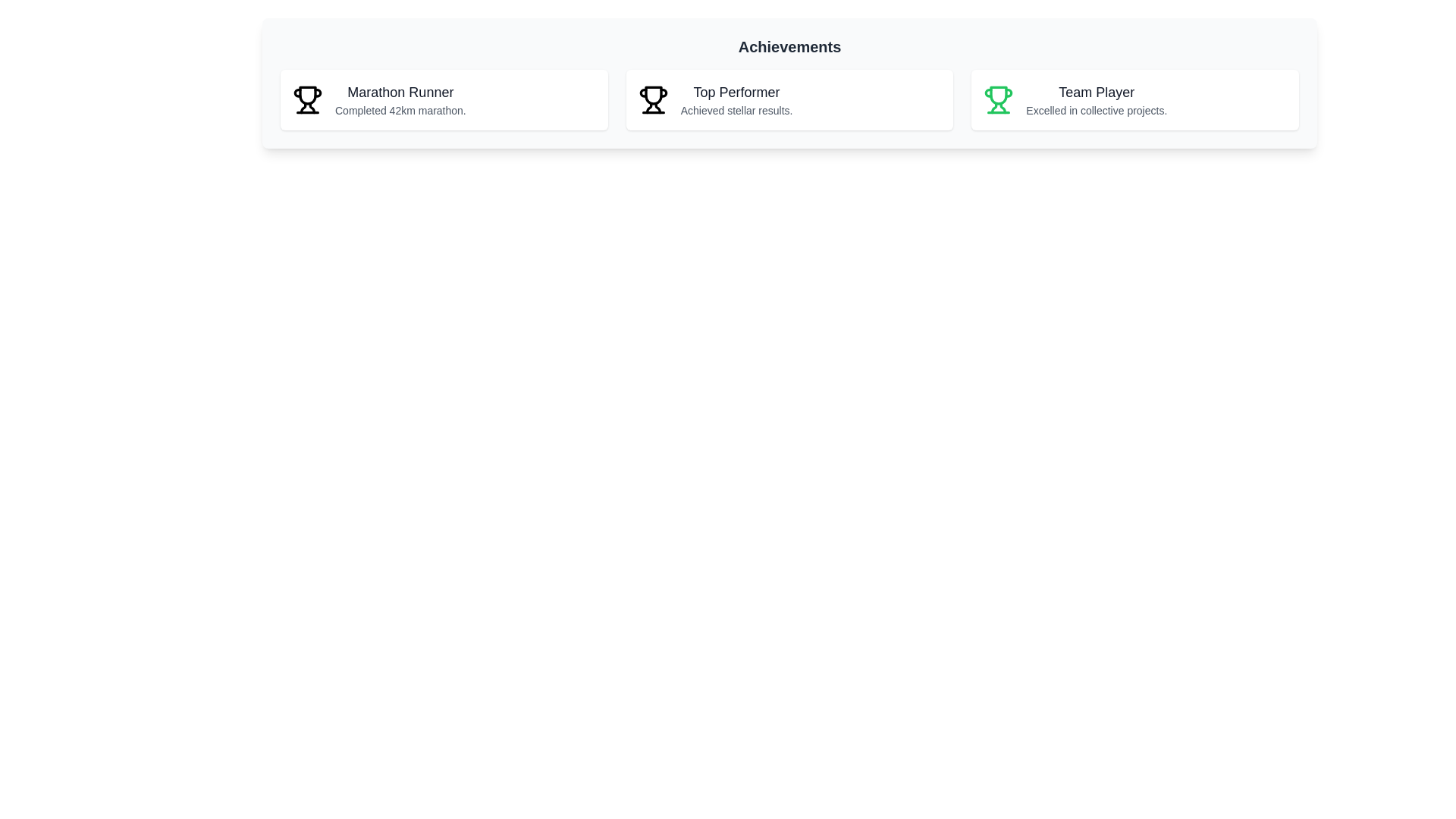  I want to click on the decorative icon component of the trophy icon representing the 'Team Player' achievement, located in the bottom-right region of the trophy icon structure, so click(1003, 107).